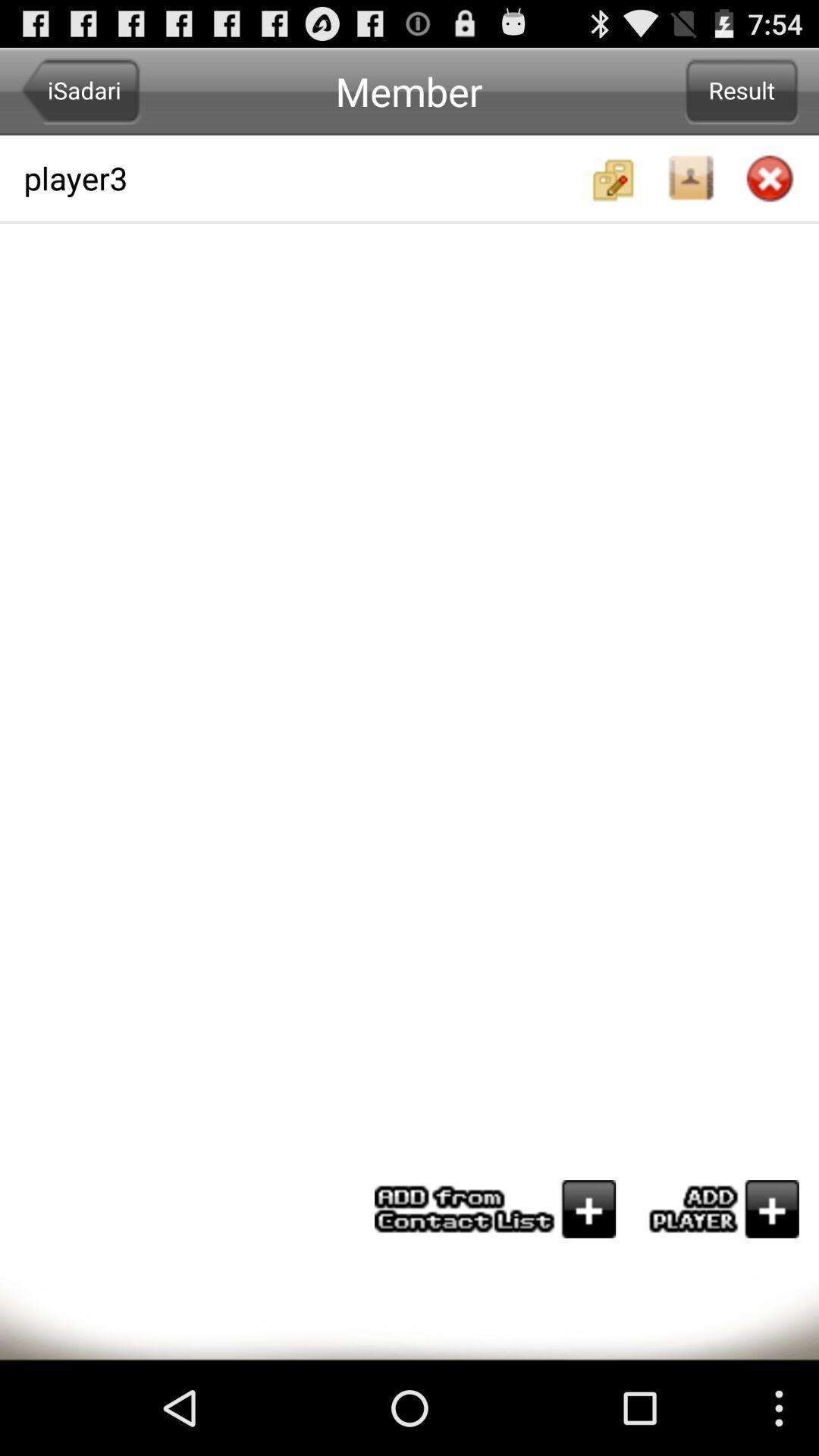  What do you see at coordinates (495, 1208) in the screenshot?
I see `from contacts` at bounding box center [495, 1208].